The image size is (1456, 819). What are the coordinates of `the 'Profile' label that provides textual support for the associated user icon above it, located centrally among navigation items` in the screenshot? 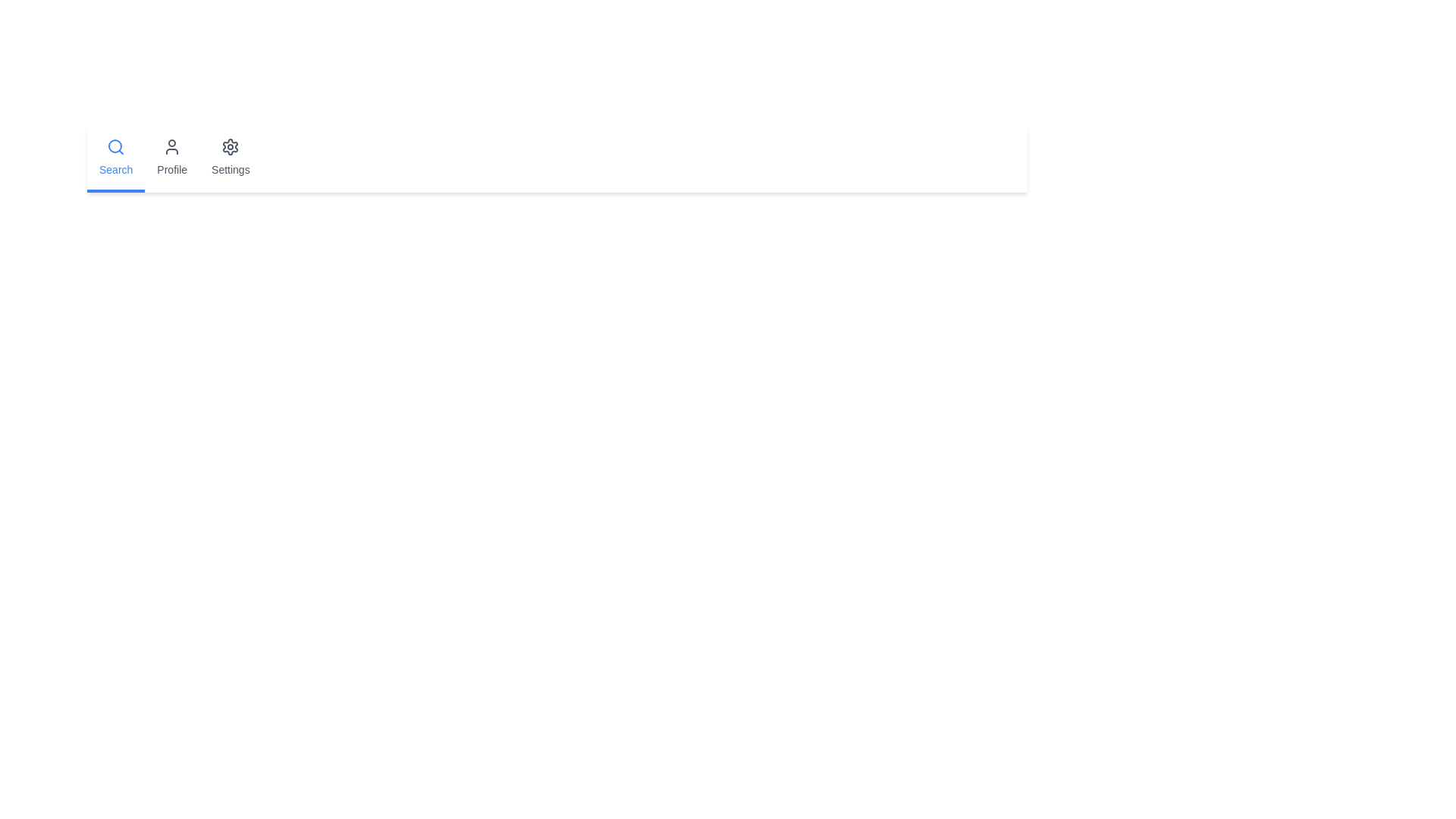 It's located at (172, 169).